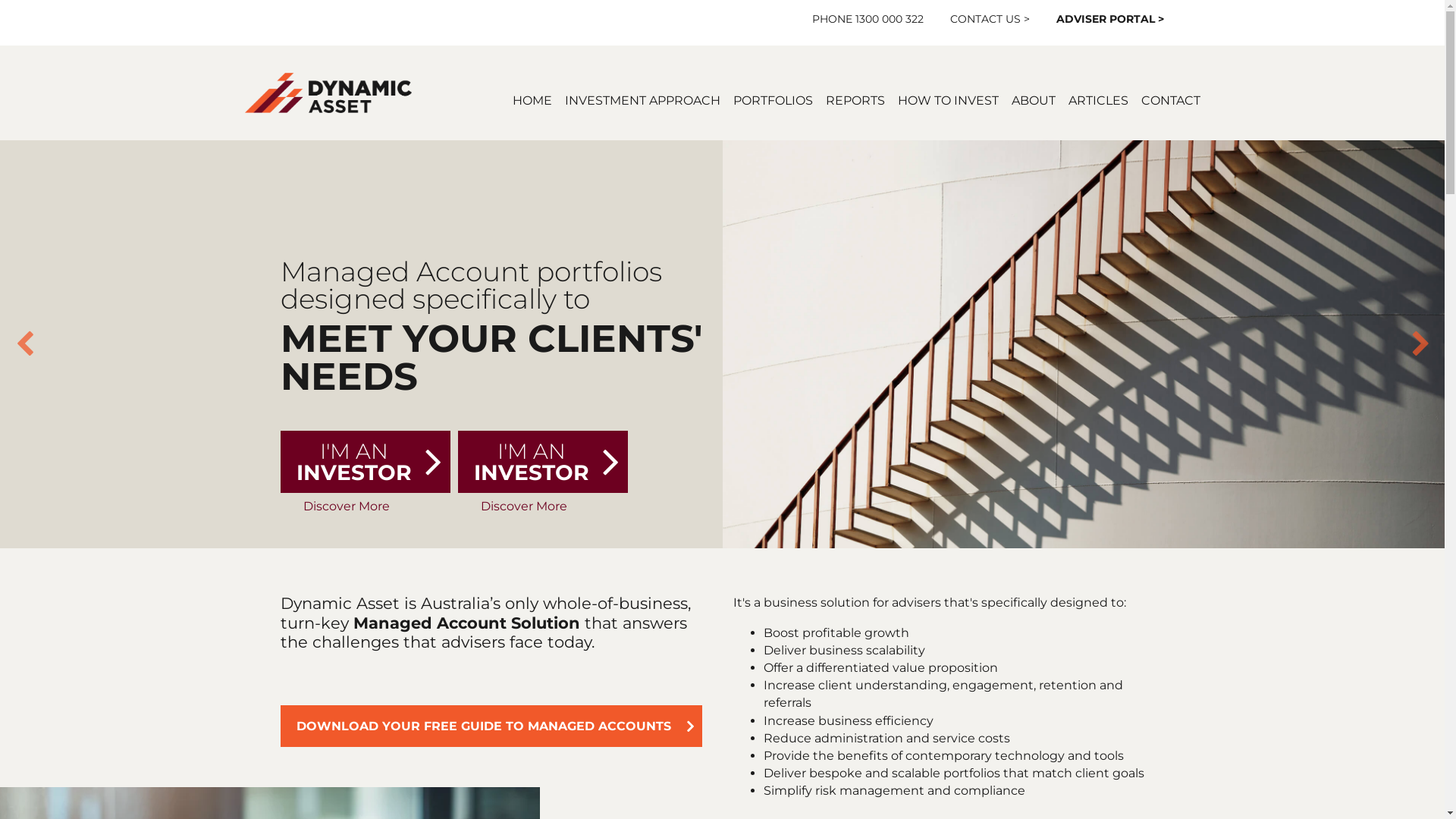 This screenshot has height=819, width=1456. I want to click on 'Dynamic_Asset', so click(327, 93).